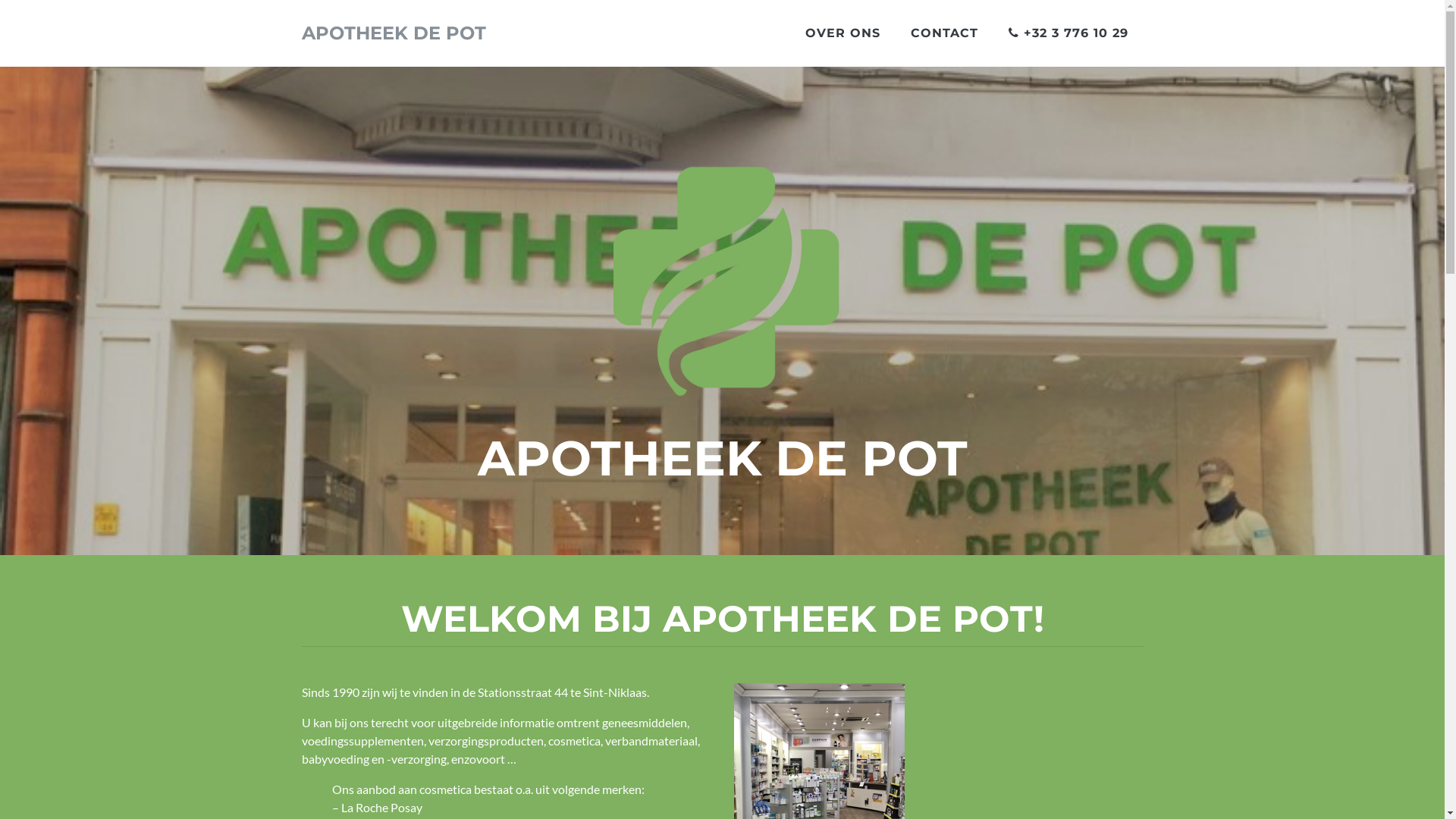 The height and width of the screenshot is (819, 1456). Describe the element at coordinates (943, 33) in the screenshot. I see `'CONTACT'` at that location.